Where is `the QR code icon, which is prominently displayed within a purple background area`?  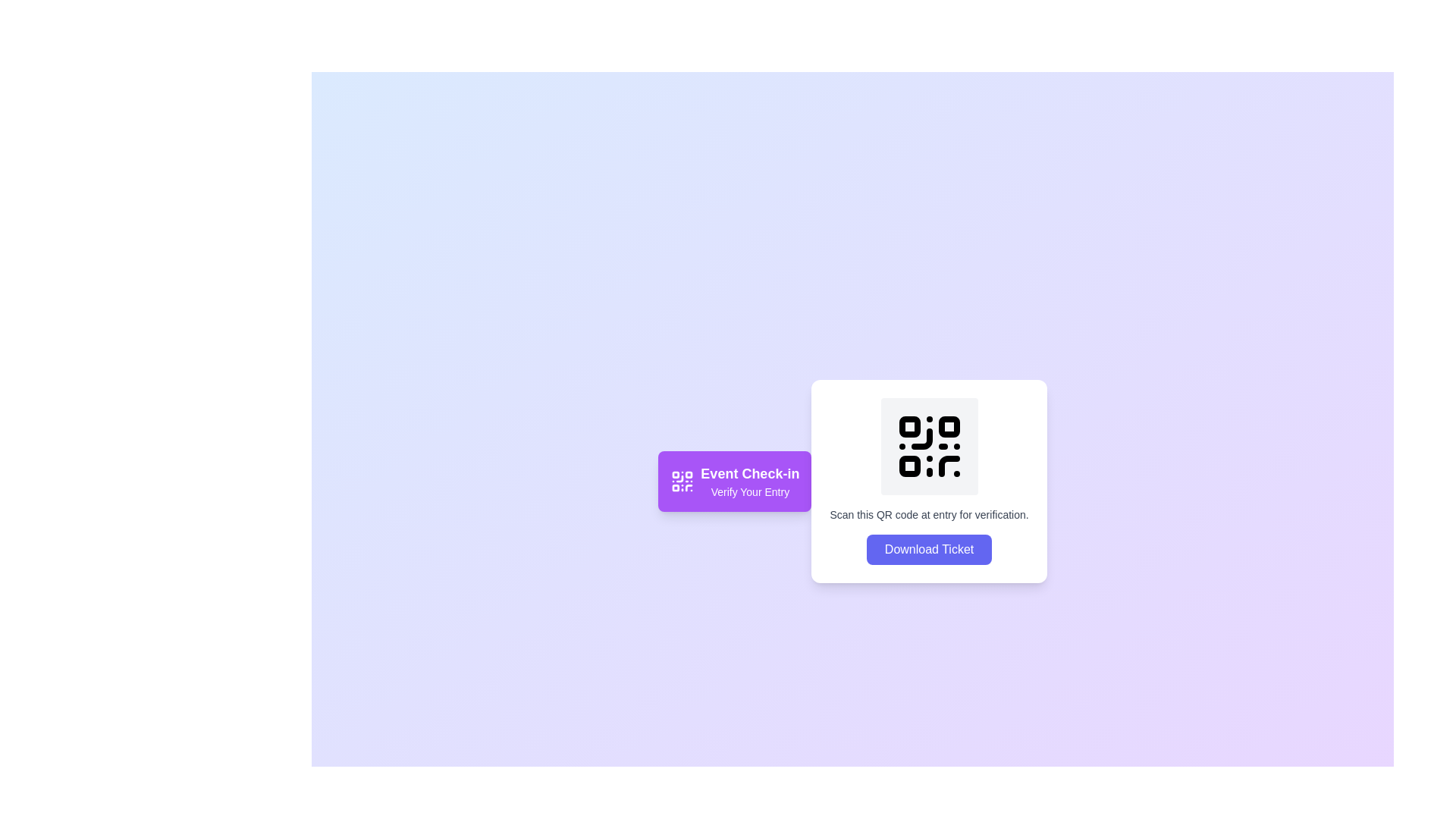
the QR code icon, which is prominently displayed within a purple background area is located at coordinates (682, 482).